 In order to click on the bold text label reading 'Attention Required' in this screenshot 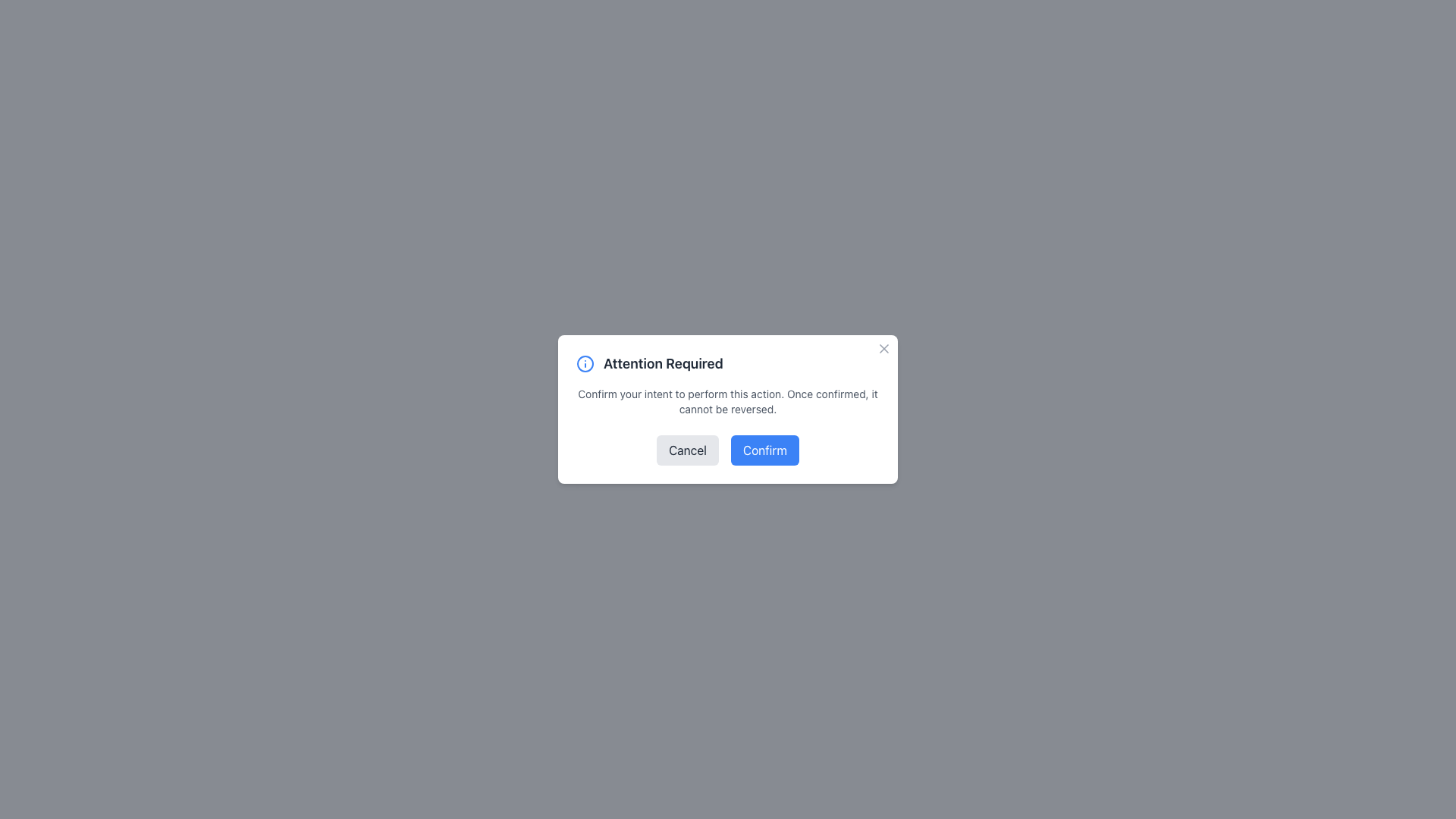, I will do `click(663, 363)`.